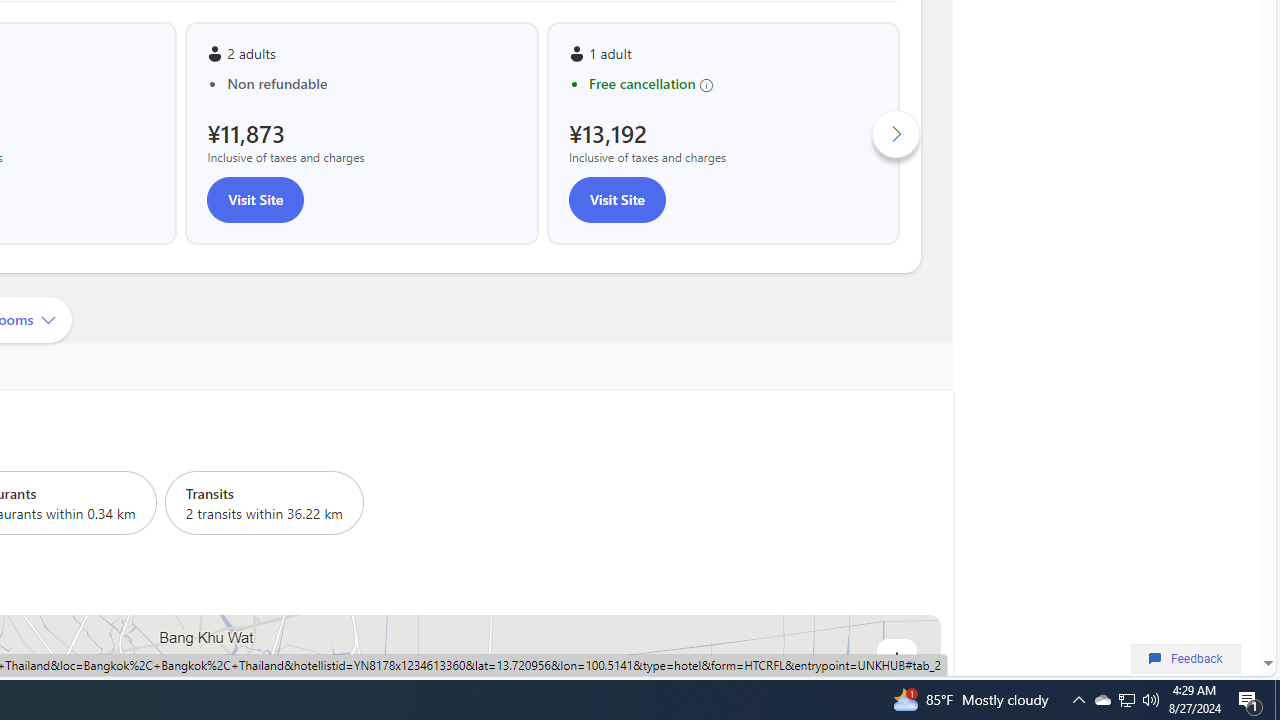  I want to click on 'Click to scroll right', so click(895, 133).